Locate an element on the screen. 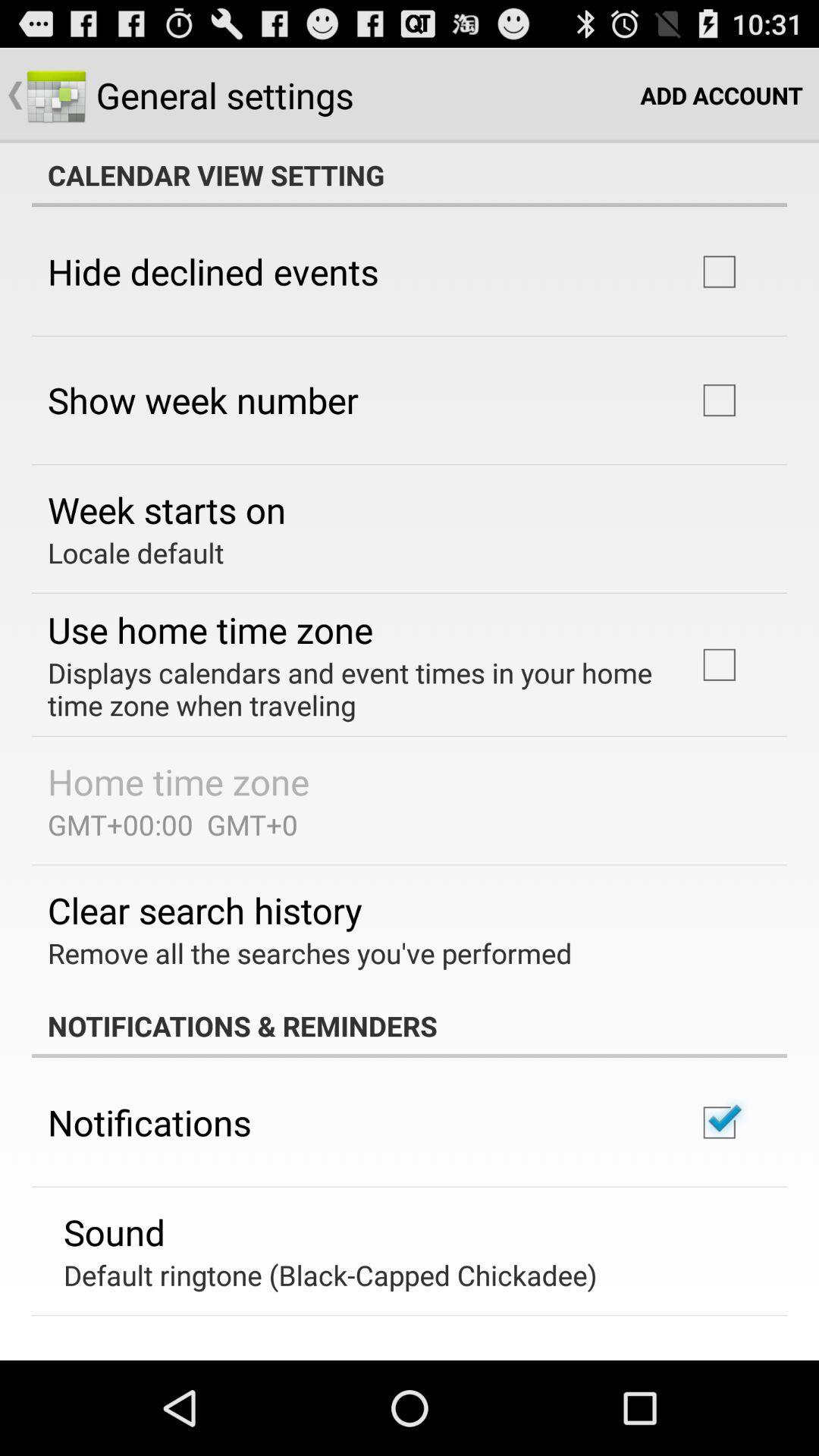 The width and height of the screenshot is (819, 1456). item above the notifications & reminders item is located at coordinates (309, 952).